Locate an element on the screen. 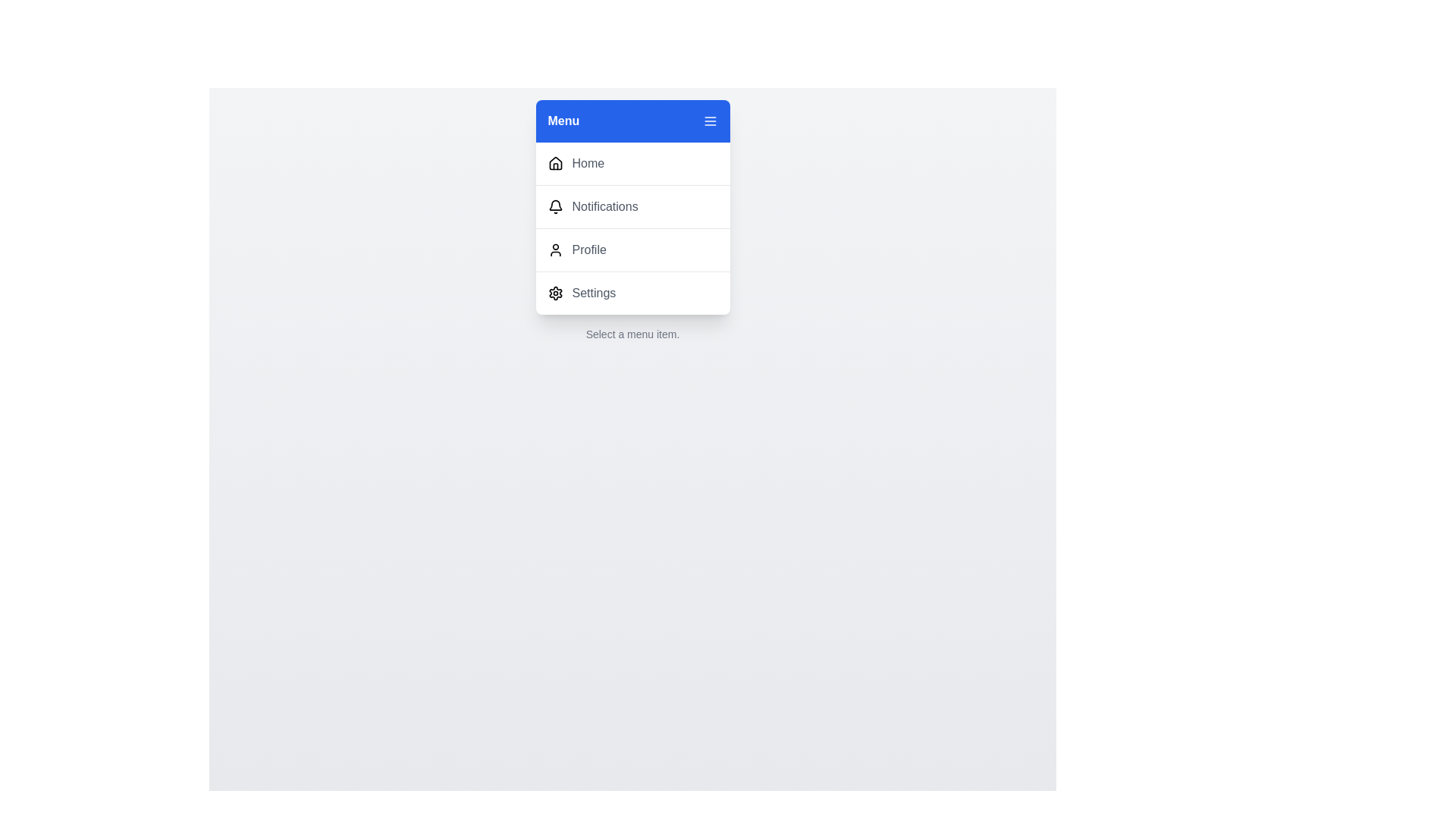  the menu item labeled Settings to observe its hover effect is located at coordinates (632, 293).